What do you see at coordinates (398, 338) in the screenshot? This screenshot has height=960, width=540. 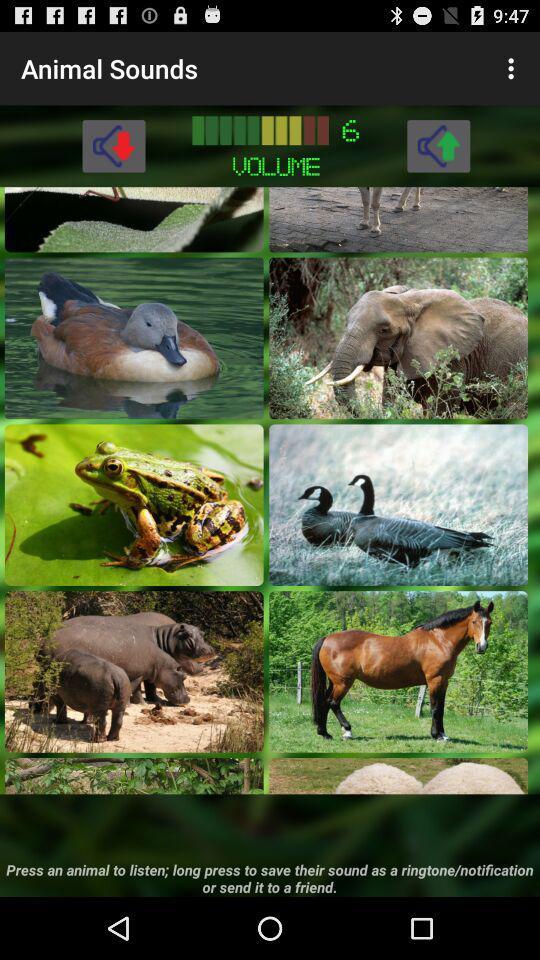 I see `press to listen the elephant long press to save his sound or send it to a friend` at bounding box center [398, 338].